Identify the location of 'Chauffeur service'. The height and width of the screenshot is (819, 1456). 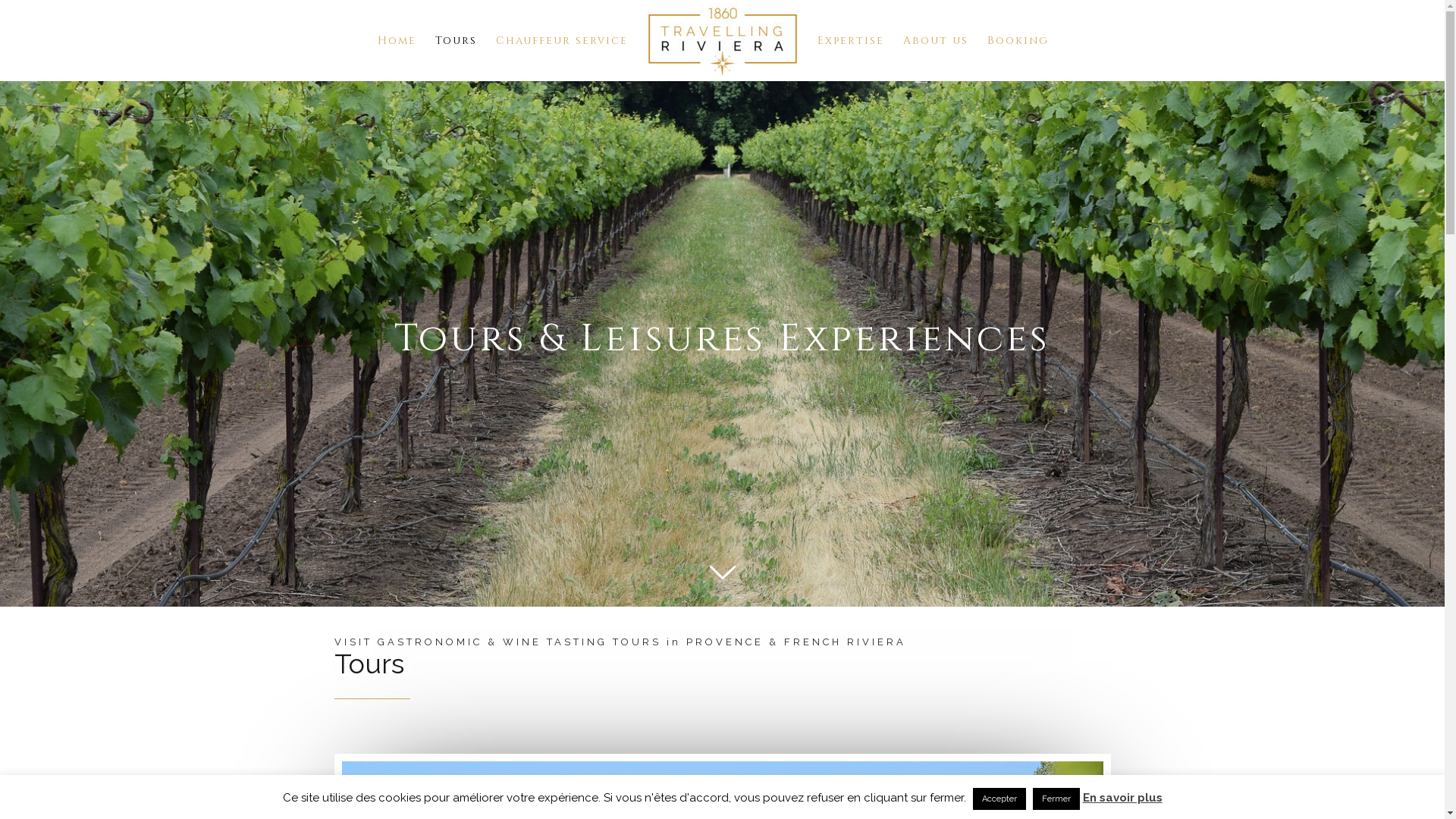
(560, 40).